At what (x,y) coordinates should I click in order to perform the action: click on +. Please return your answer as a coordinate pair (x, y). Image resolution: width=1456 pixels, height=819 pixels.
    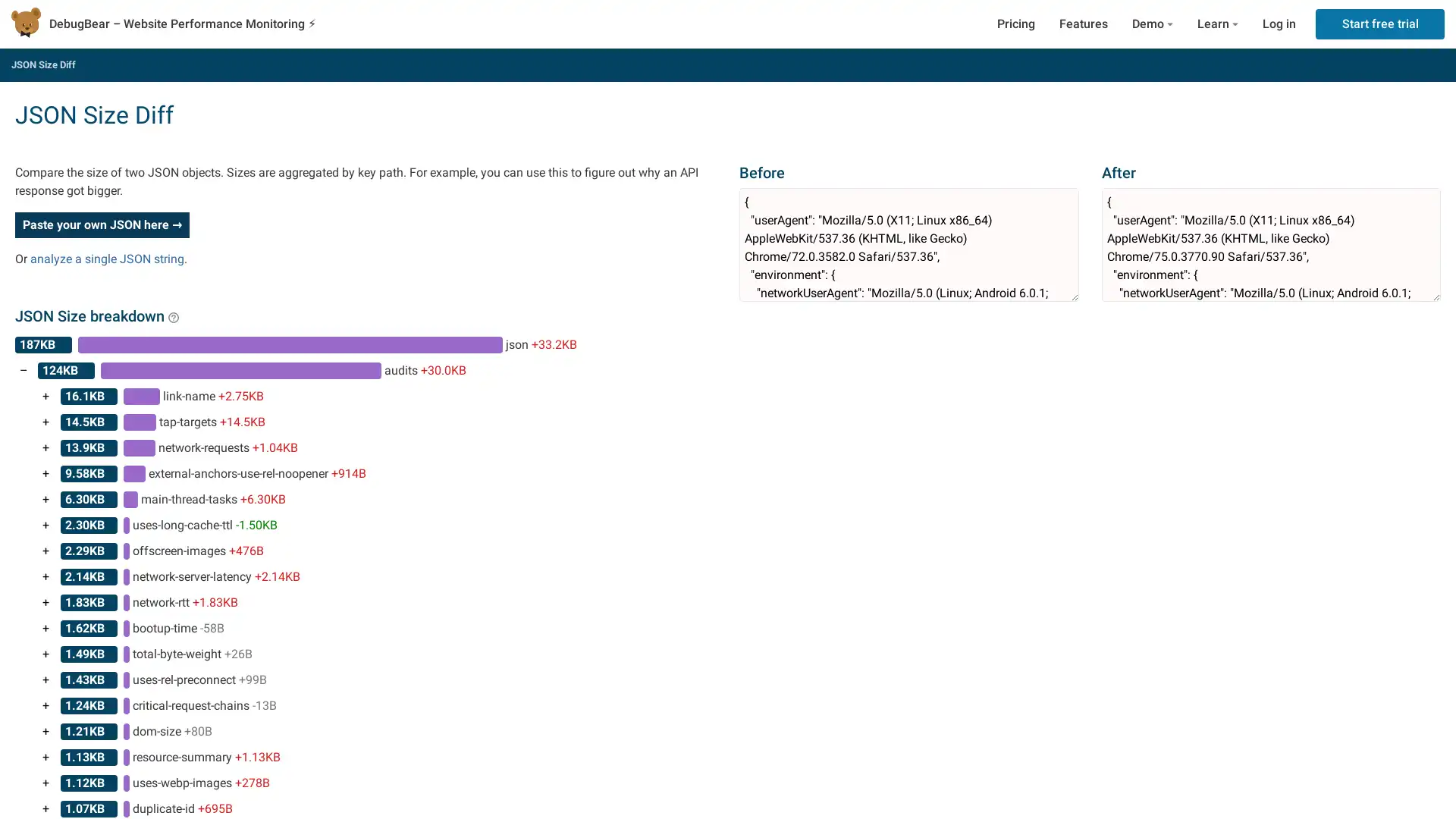
    Looking at the image, I should click on (45, 758).